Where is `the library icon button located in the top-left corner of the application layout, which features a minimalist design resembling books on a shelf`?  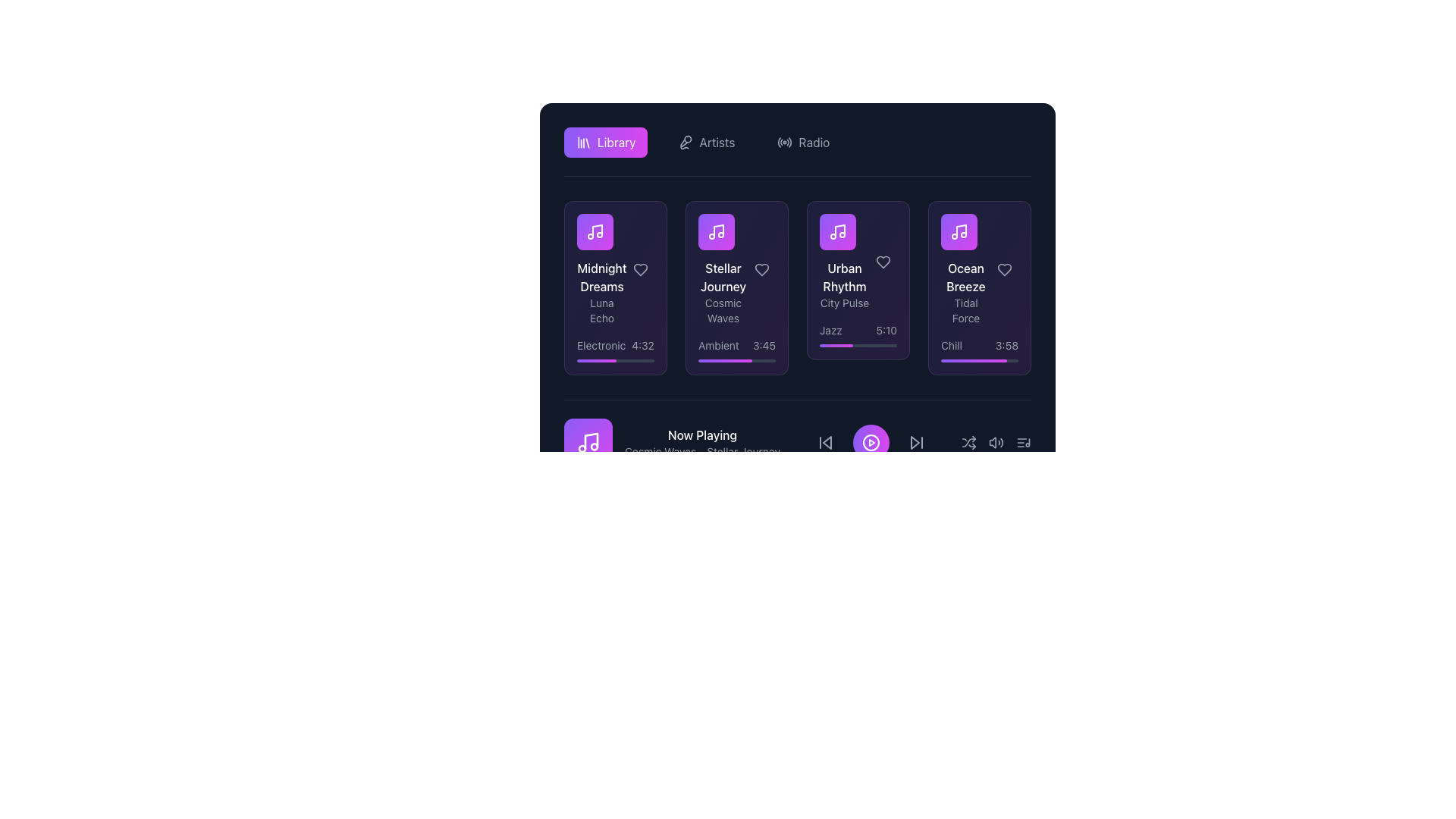 the library icon button located in the top-left corner of the application layout, which features a minimalist design resembling books on a shelf is located at coordinates (582, 143).